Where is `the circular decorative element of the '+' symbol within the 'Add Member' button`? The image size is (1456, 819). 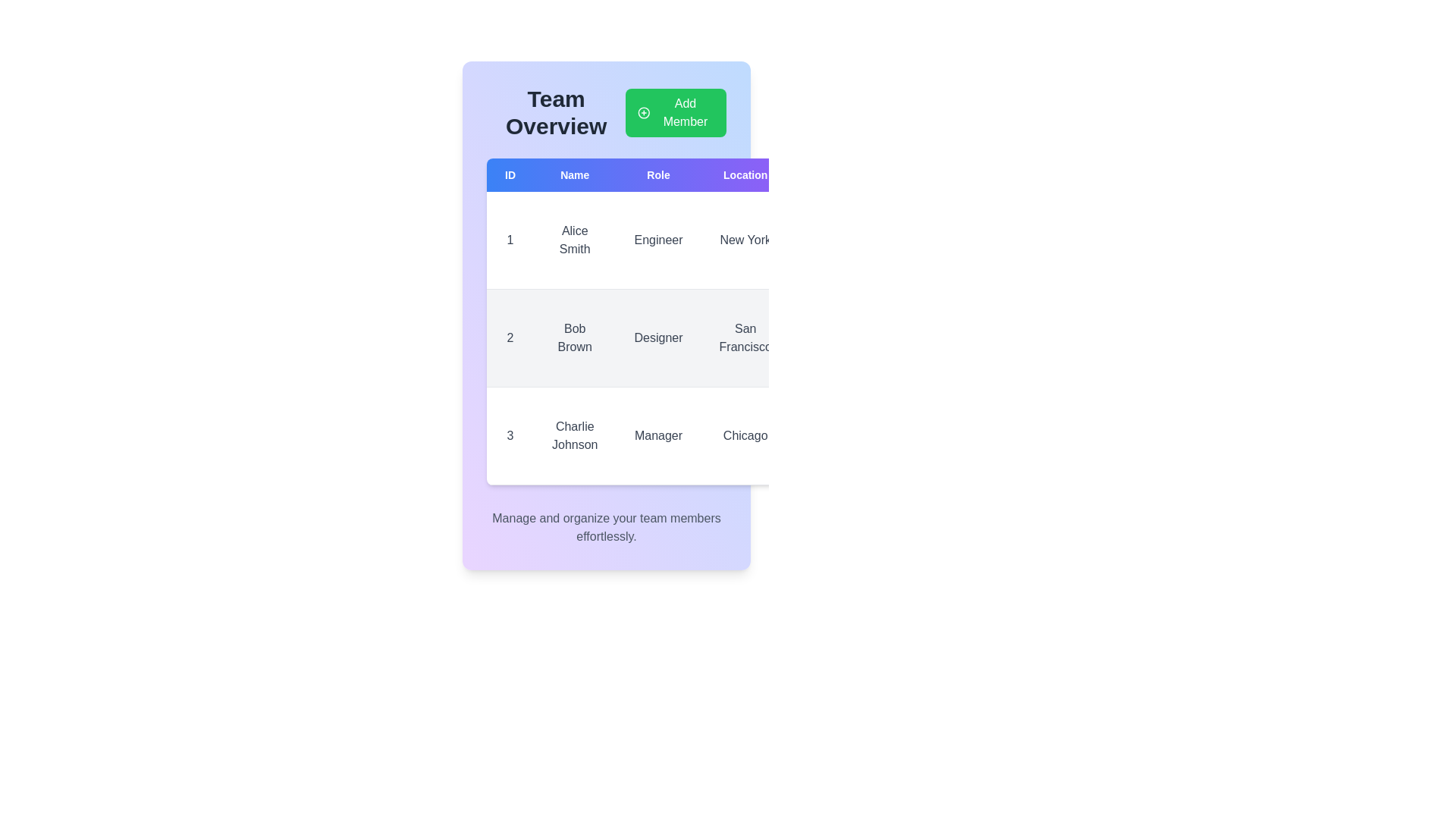
the circular decorative element of the '+' symbol within the 'Add Member' button is located at coordinates (644, 112).